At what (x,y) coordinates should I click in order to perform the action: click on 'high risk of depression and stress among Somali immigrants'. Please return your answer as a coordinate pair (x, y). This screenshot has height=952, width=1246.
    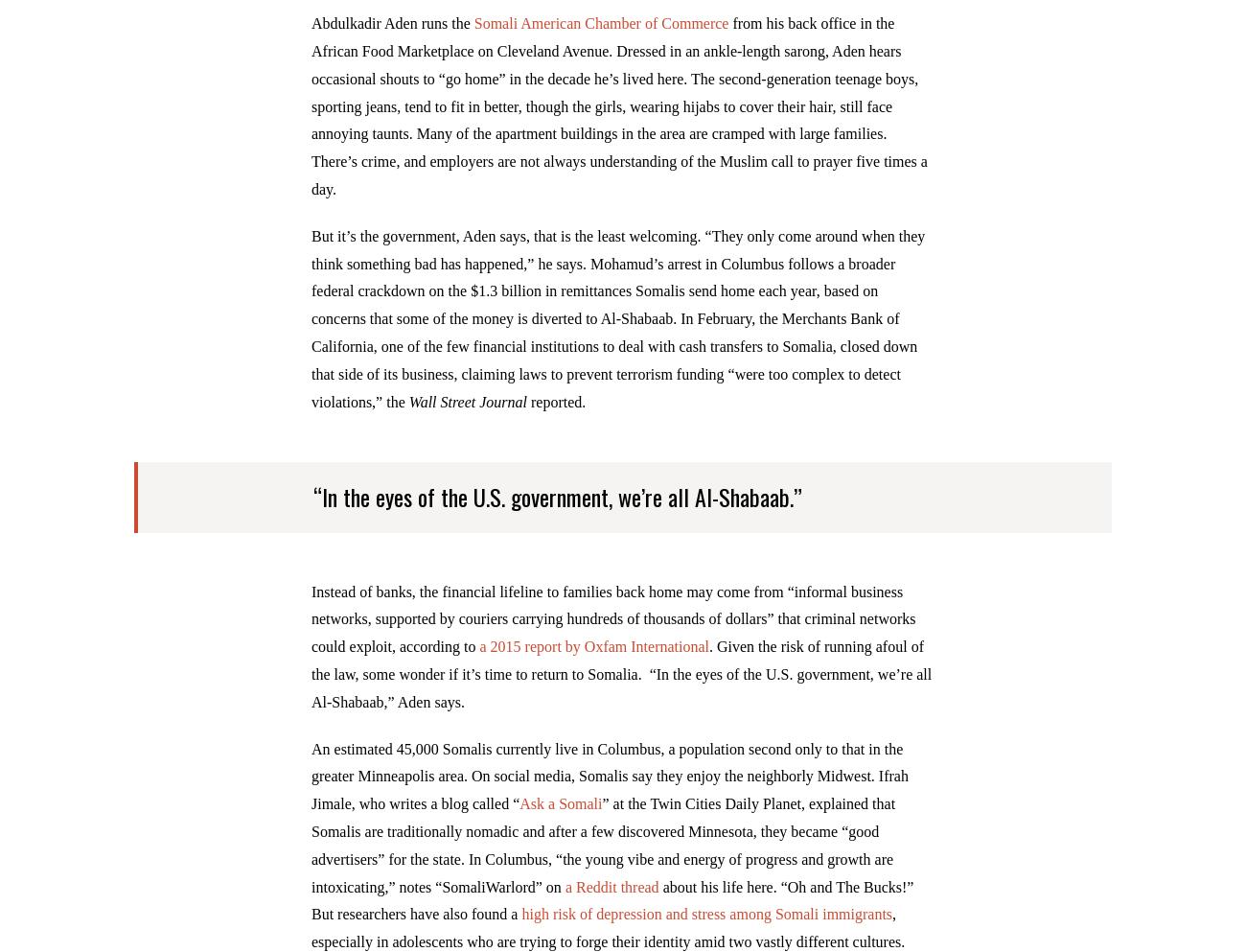
    Looking at the image, I should click on (706, 927).